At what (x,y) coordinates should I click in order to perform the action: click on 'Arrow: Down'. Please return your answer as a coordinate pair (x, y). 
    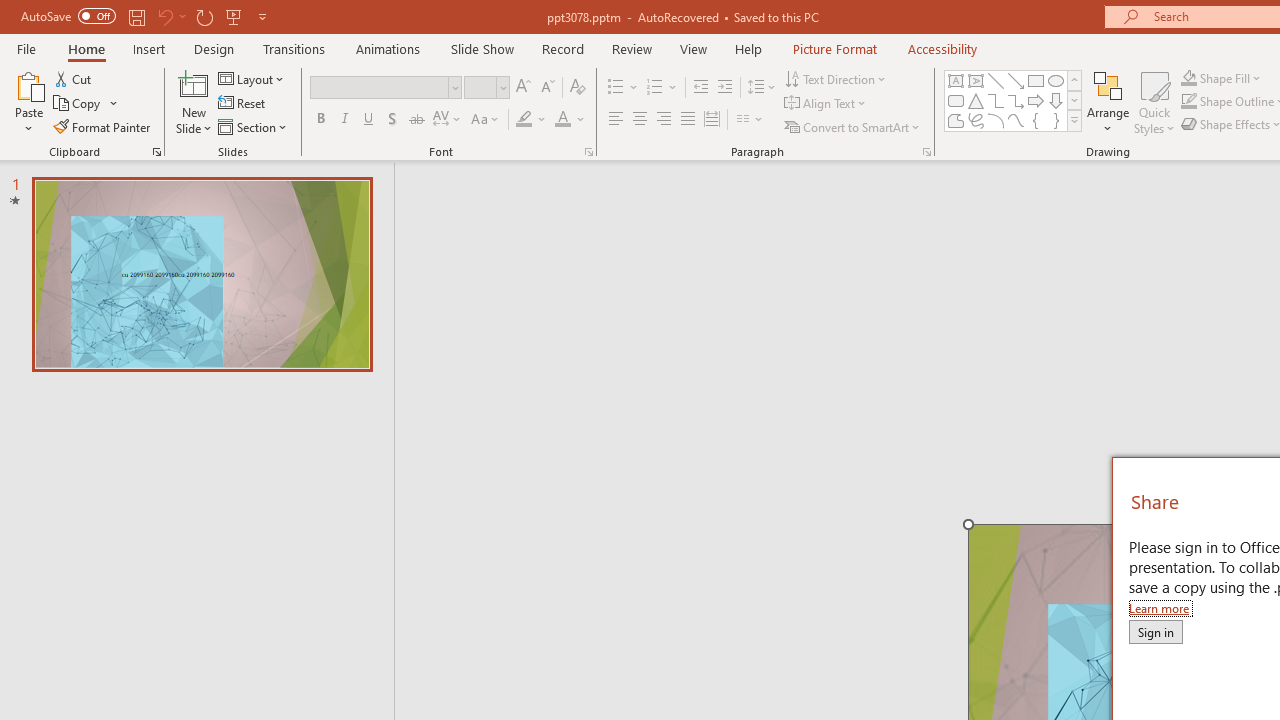
    Looking at the image, I should click on (1055, 100).